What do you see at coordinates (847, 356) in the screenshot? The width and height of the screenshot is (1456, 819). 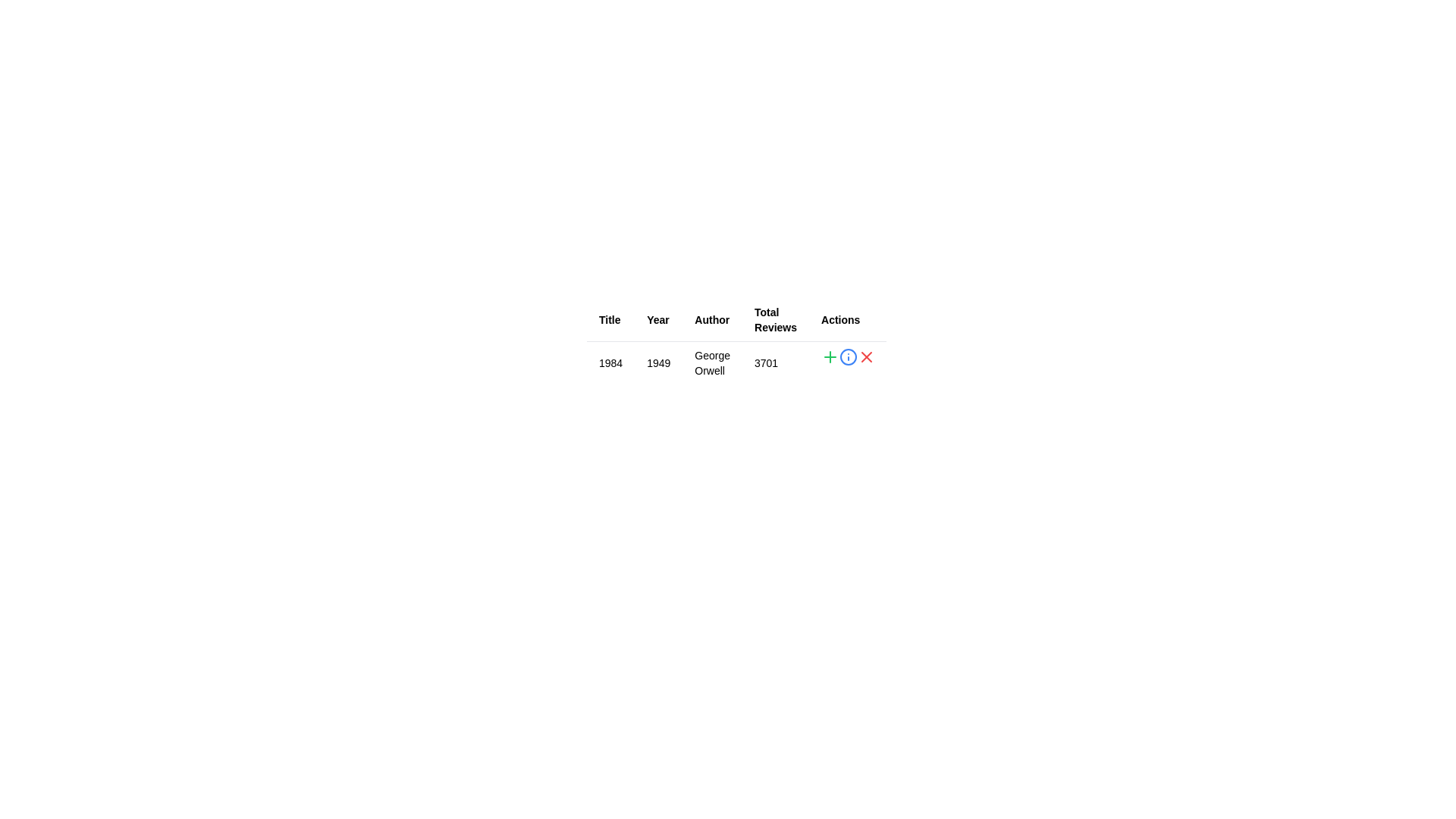 I see `the blue circle button representing the 'Info' function in the Actions column for the book '1984' by George Orwell` at bounding box center [847, 356].